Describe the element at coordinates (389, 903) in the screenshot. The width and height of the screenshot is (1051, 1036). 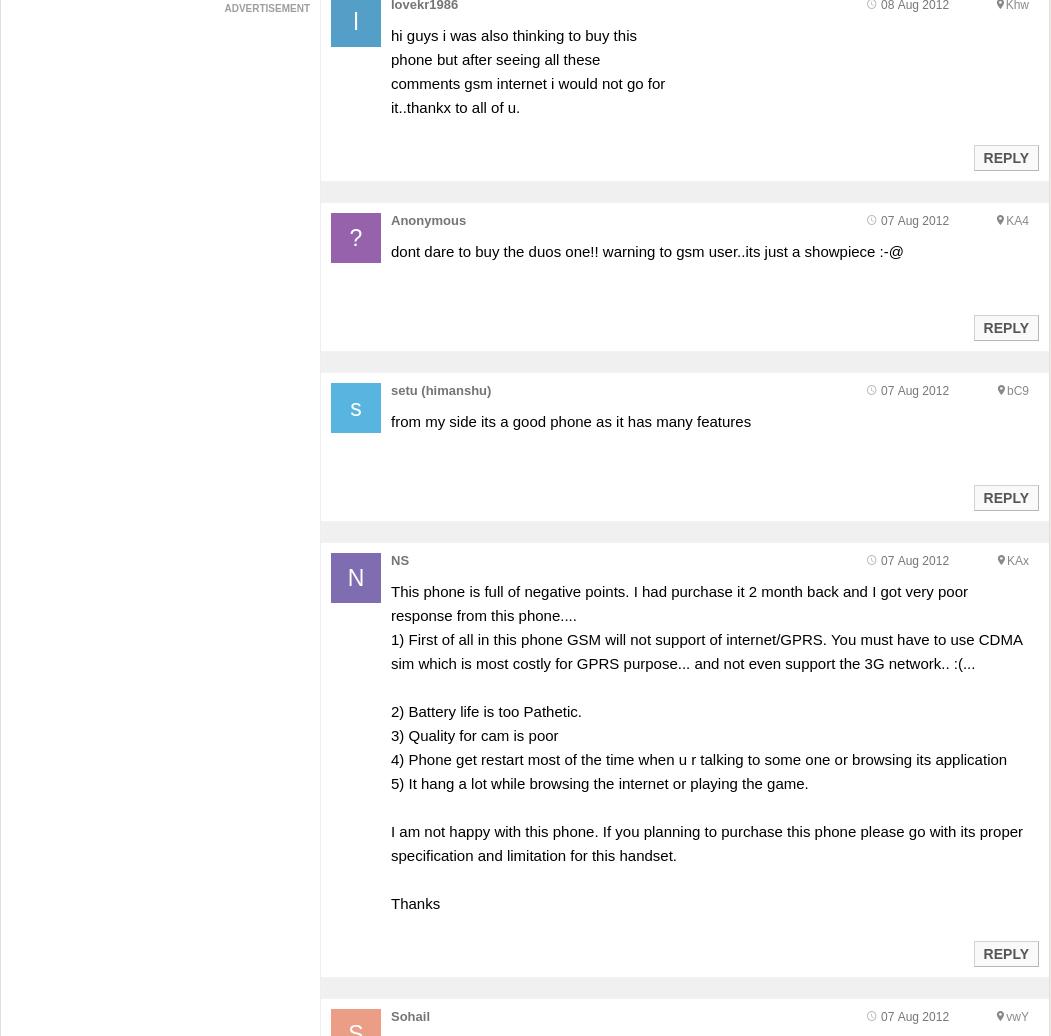
I see `'Thanks'` at that location.